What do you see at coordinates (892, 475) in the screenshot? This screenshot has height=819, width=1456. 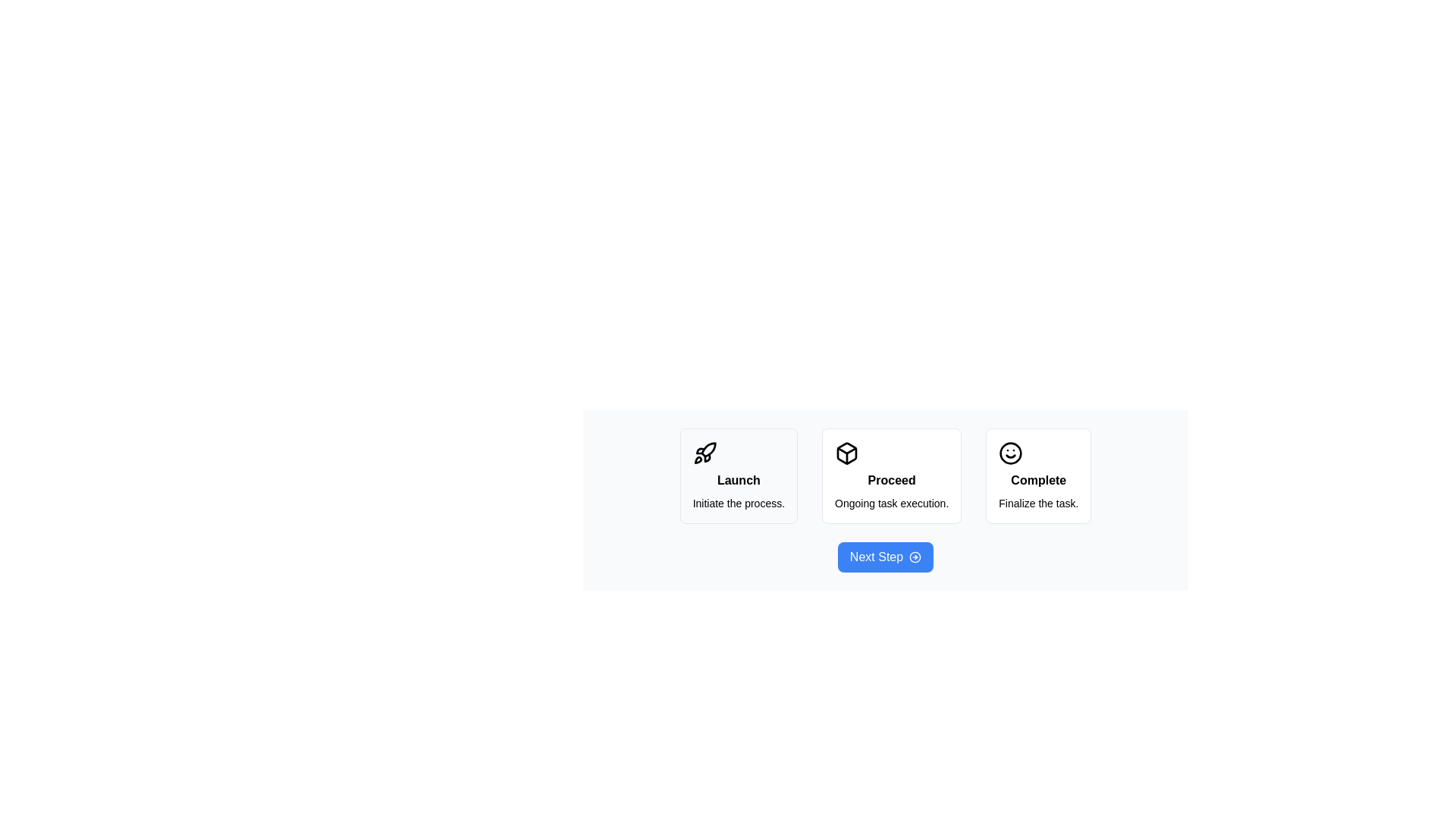 I see `the 'Proceed' card, which is the second card in a three-card layout, positioned between the 'Launch' card on the left and the 'Complete' card on the right` at bounding box center [892, 475].